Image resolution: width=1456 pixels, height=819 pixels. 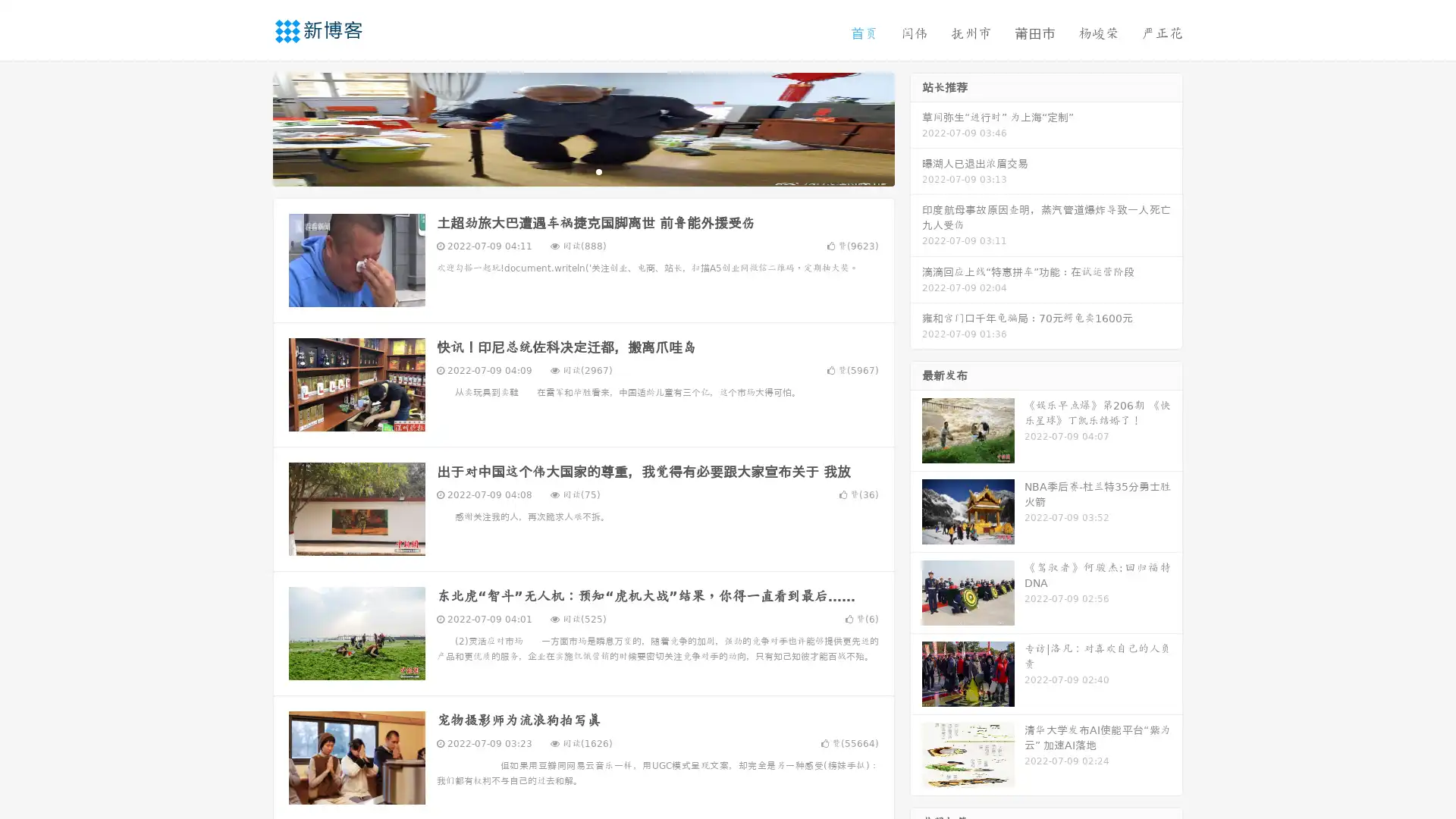 What do you see at coordinates (567, 171) in the screenshot?
I see `Go to slide 1` at bounding box center [567, 171].